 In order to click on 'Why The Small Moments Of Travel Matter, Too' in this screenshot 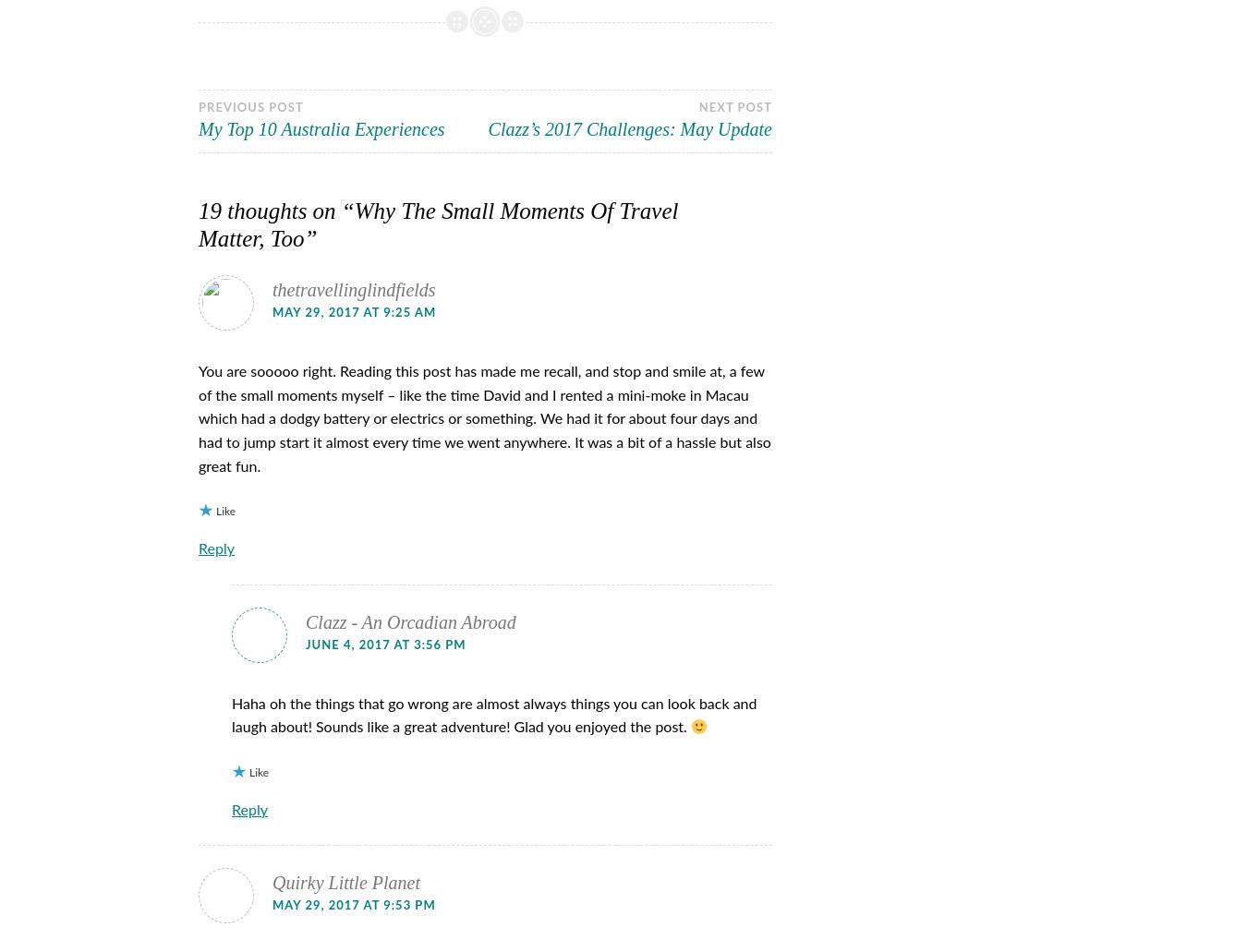, I will do `click(437, 224)`.